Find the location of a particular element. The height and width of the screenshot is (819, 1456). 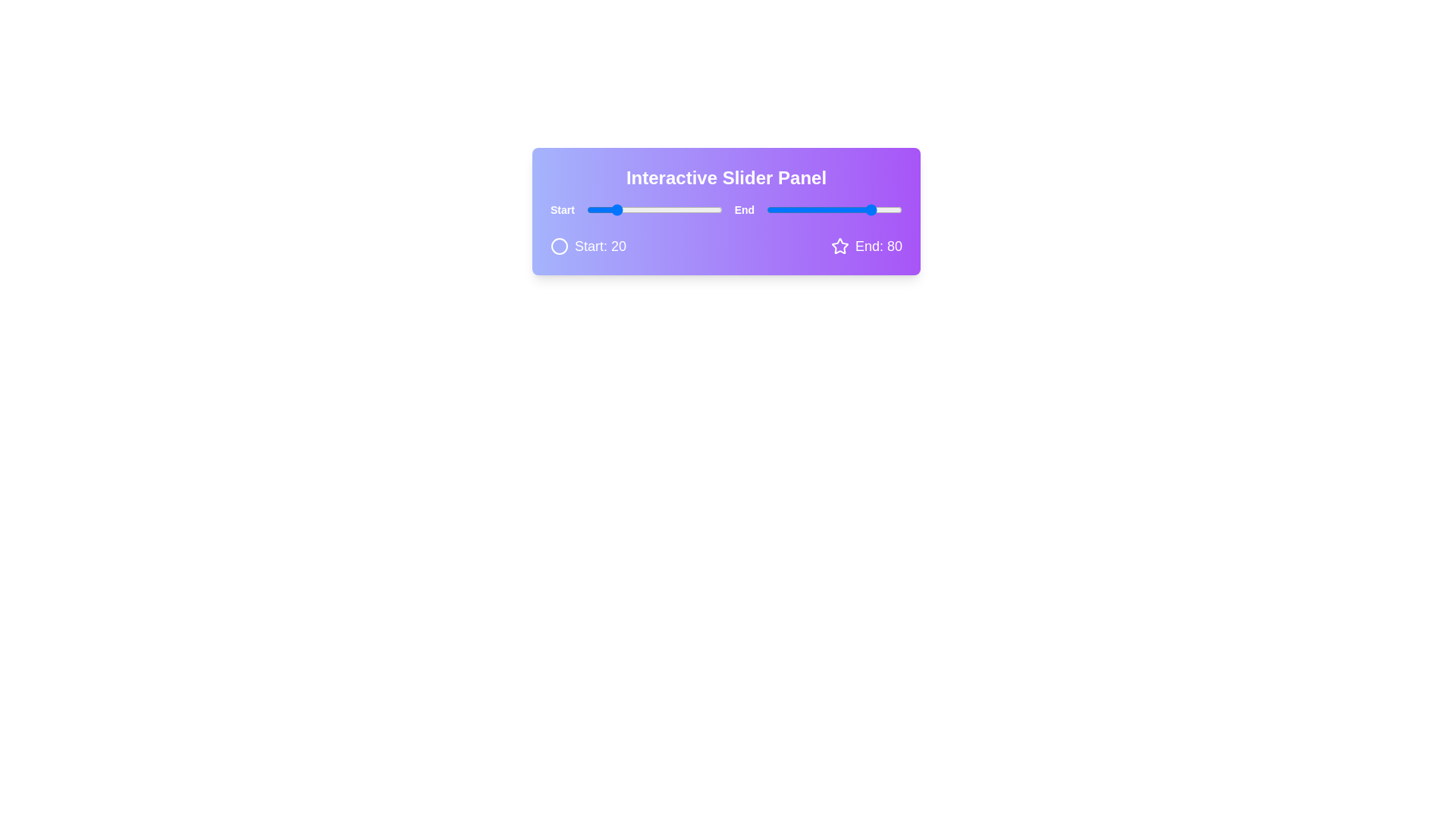

the start slider is located at coordinates (651, 210).